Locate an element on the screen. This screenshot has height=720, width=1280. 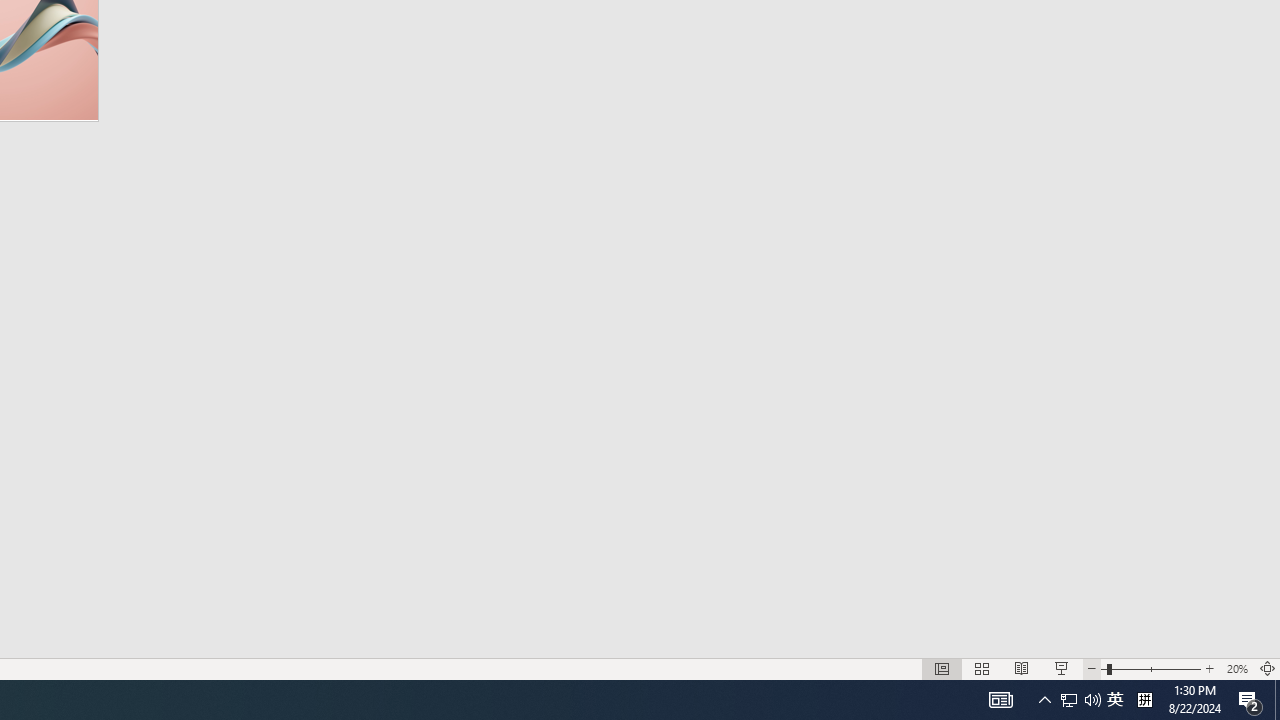
'Zoom 20%' is located at coordinates (1236, 669).